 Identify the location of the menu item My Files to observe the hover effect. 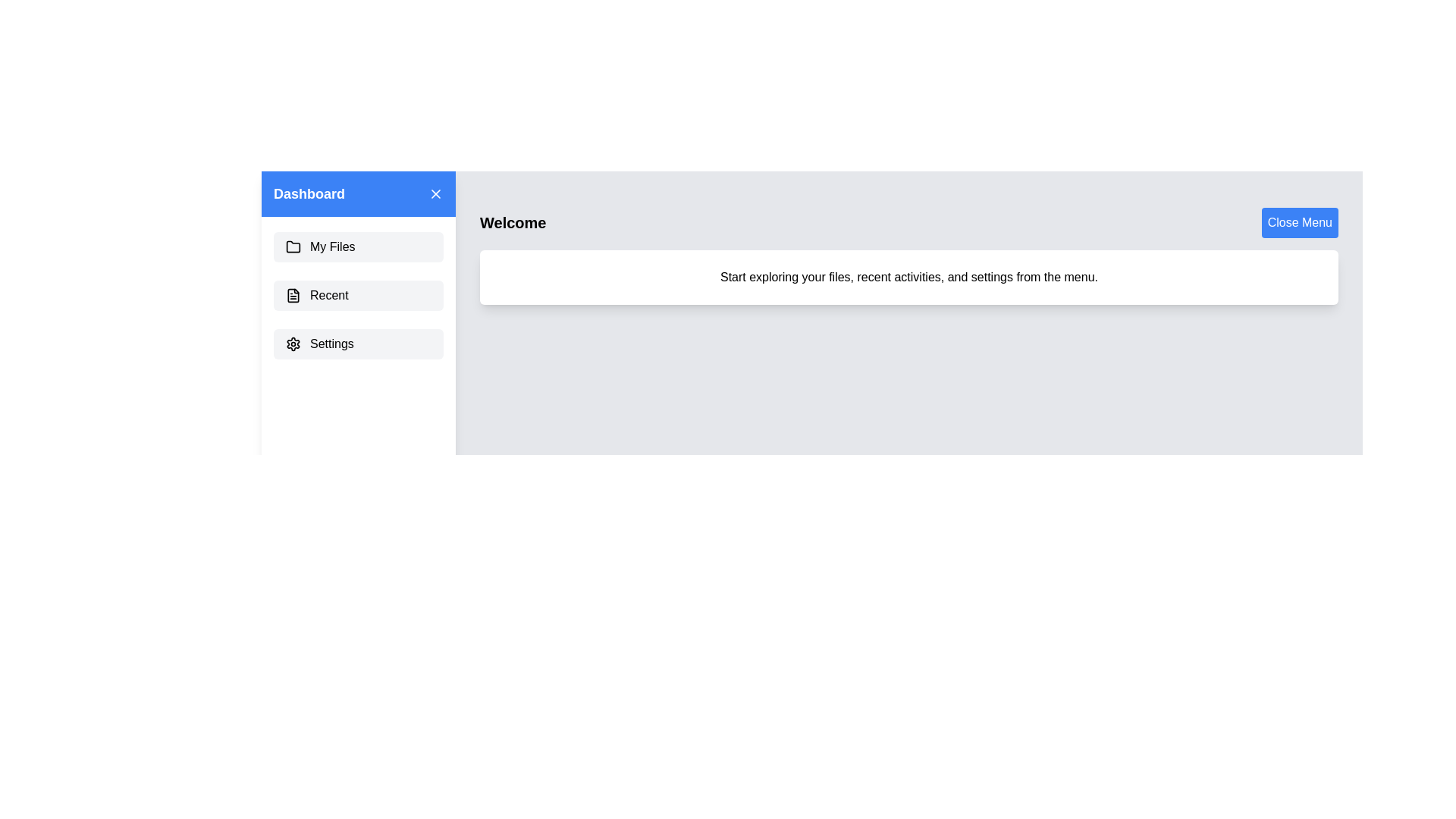
(358, 246).